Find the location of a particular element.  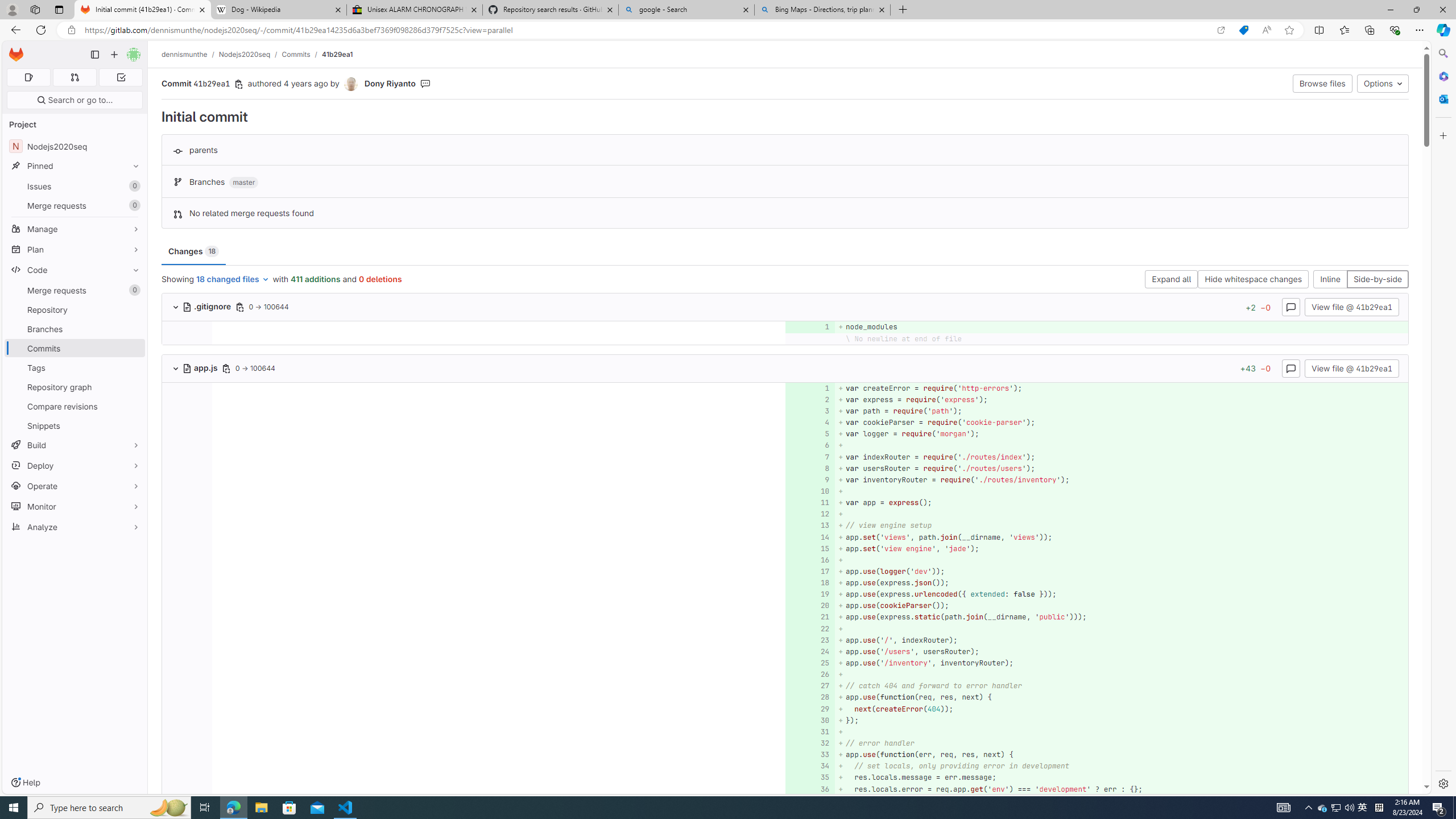

'Add a comment to this line 14' is located at coordinates (809, 536).